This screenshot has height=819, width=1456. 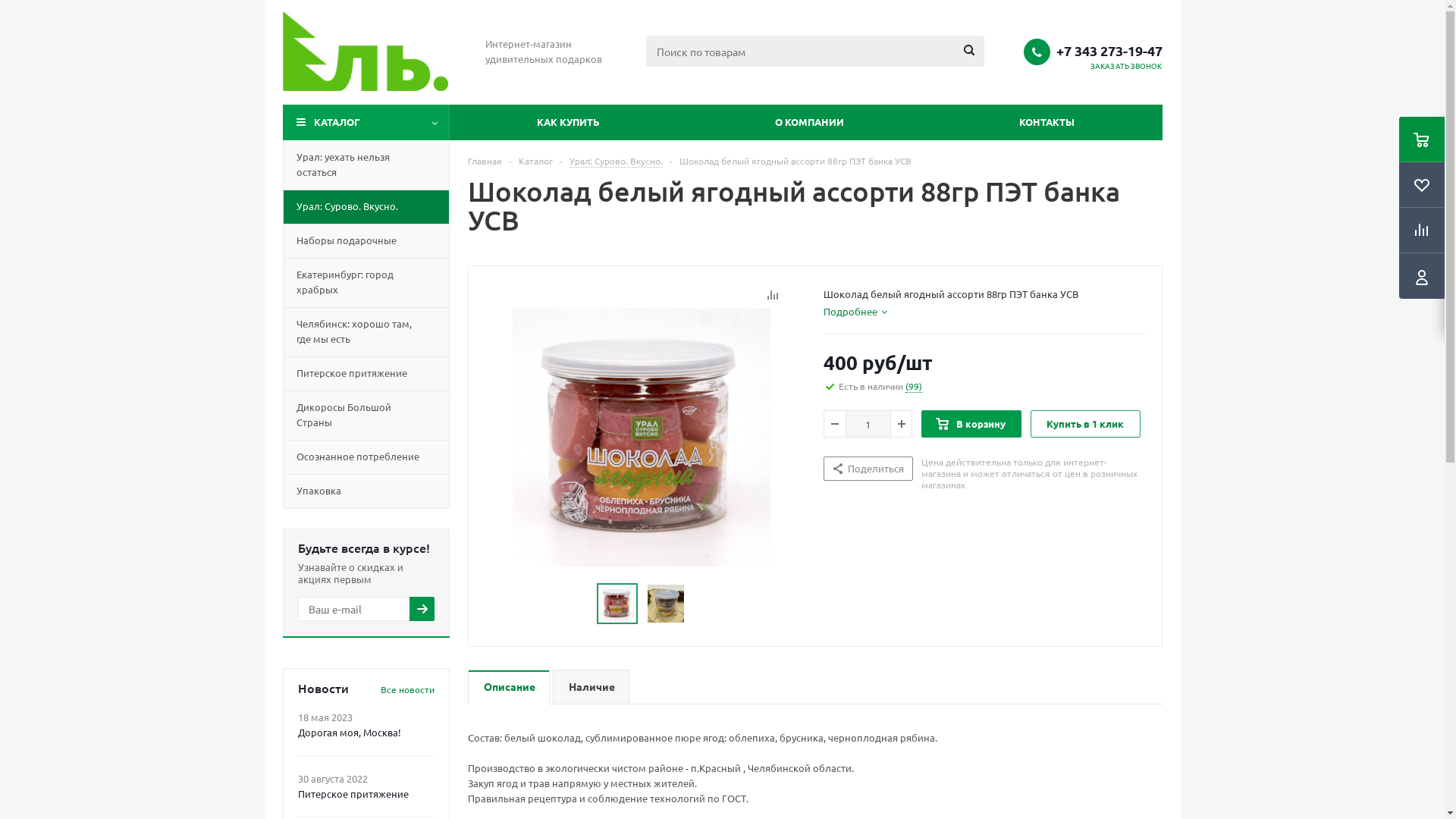 I want to click on '+7 343 273-19-47', so click(x=1109, y=49).